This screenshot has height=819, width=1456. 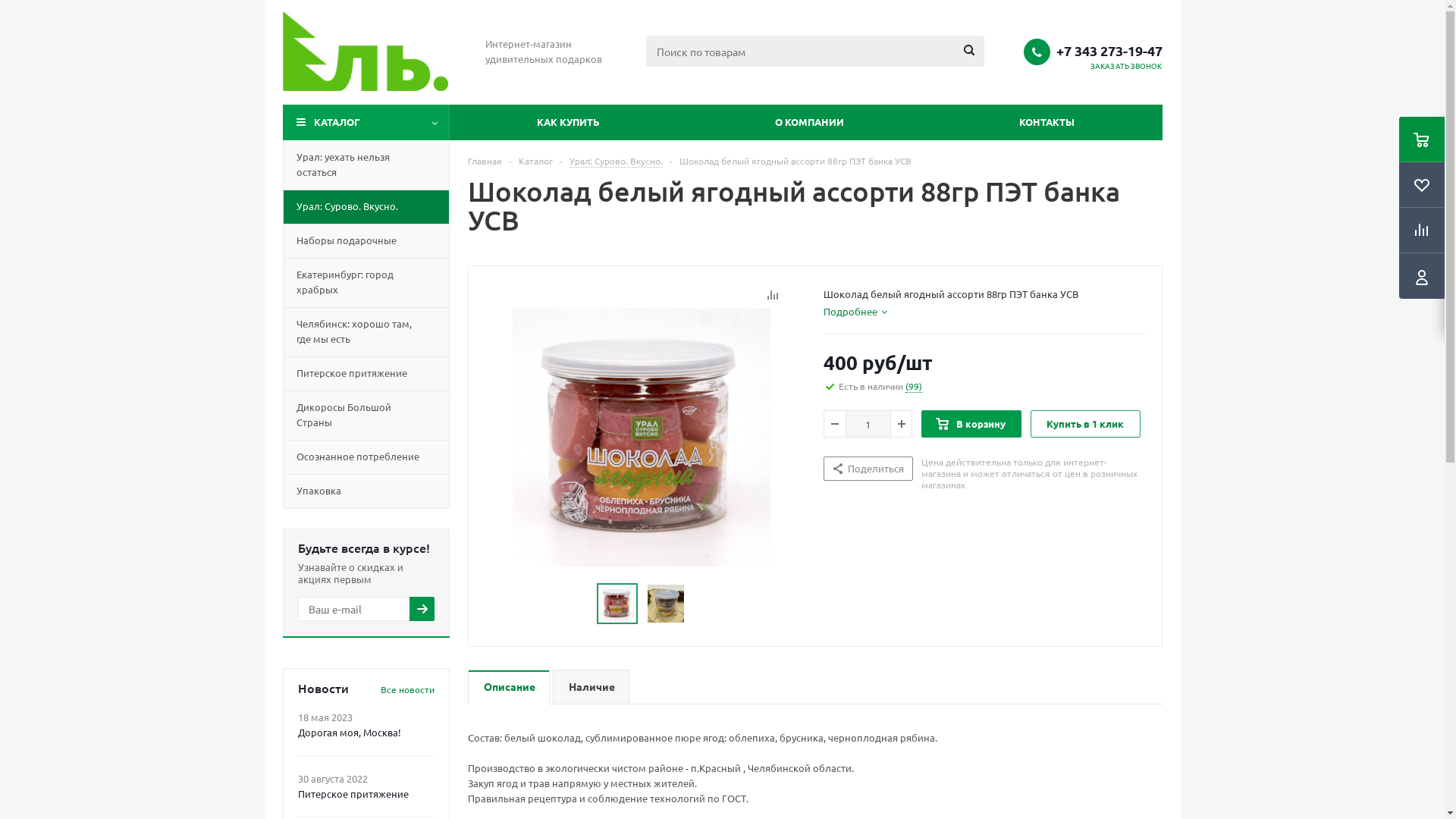 I want to click on '+7 343 273-19-47', so click(x=1109, y=49).